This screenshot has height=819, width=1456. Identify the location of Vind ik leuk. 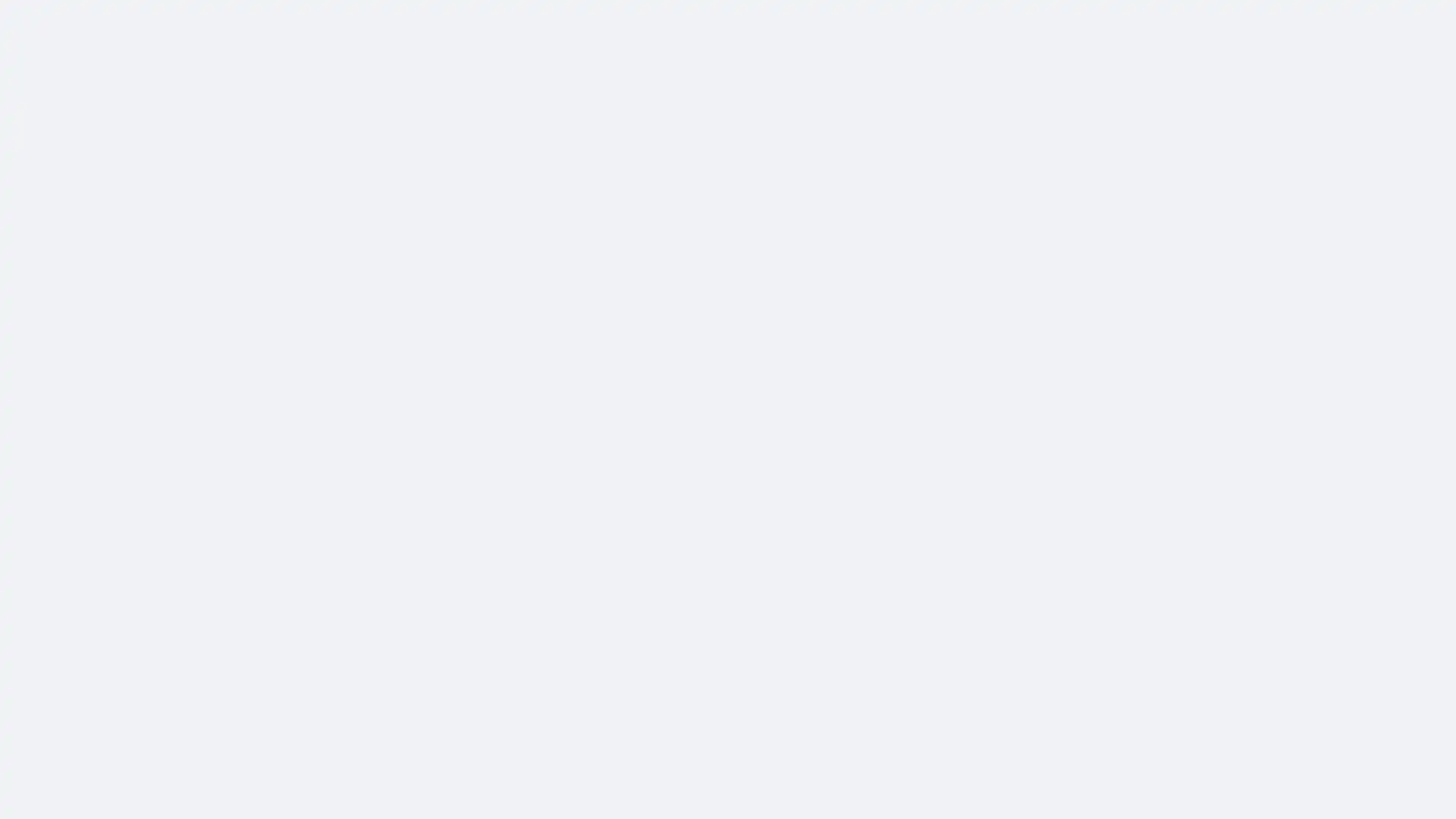
(751, 708).